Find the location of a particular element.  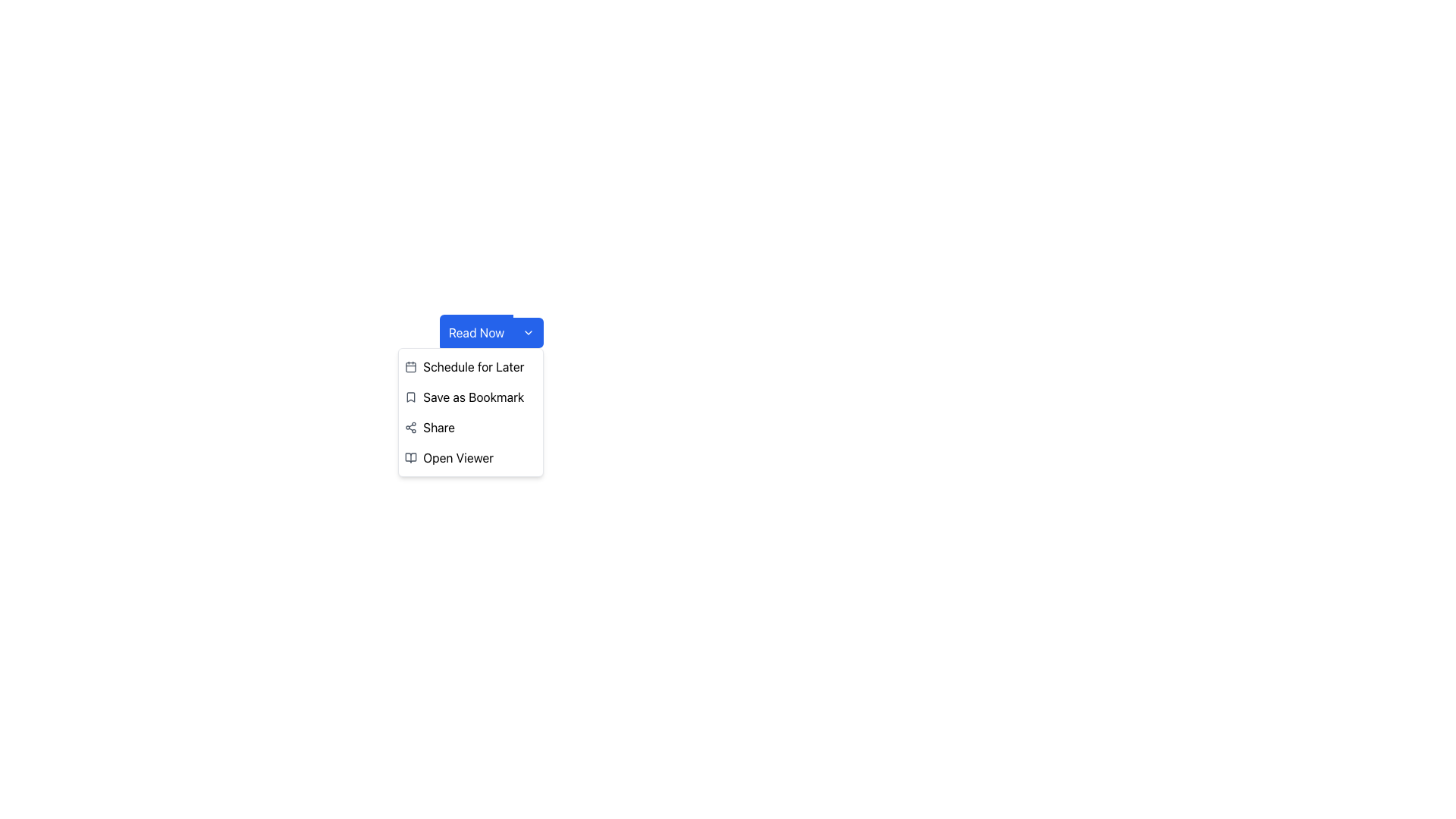

the 'Share' menu item using keyboard navigation is located at coordinates (470, 427).